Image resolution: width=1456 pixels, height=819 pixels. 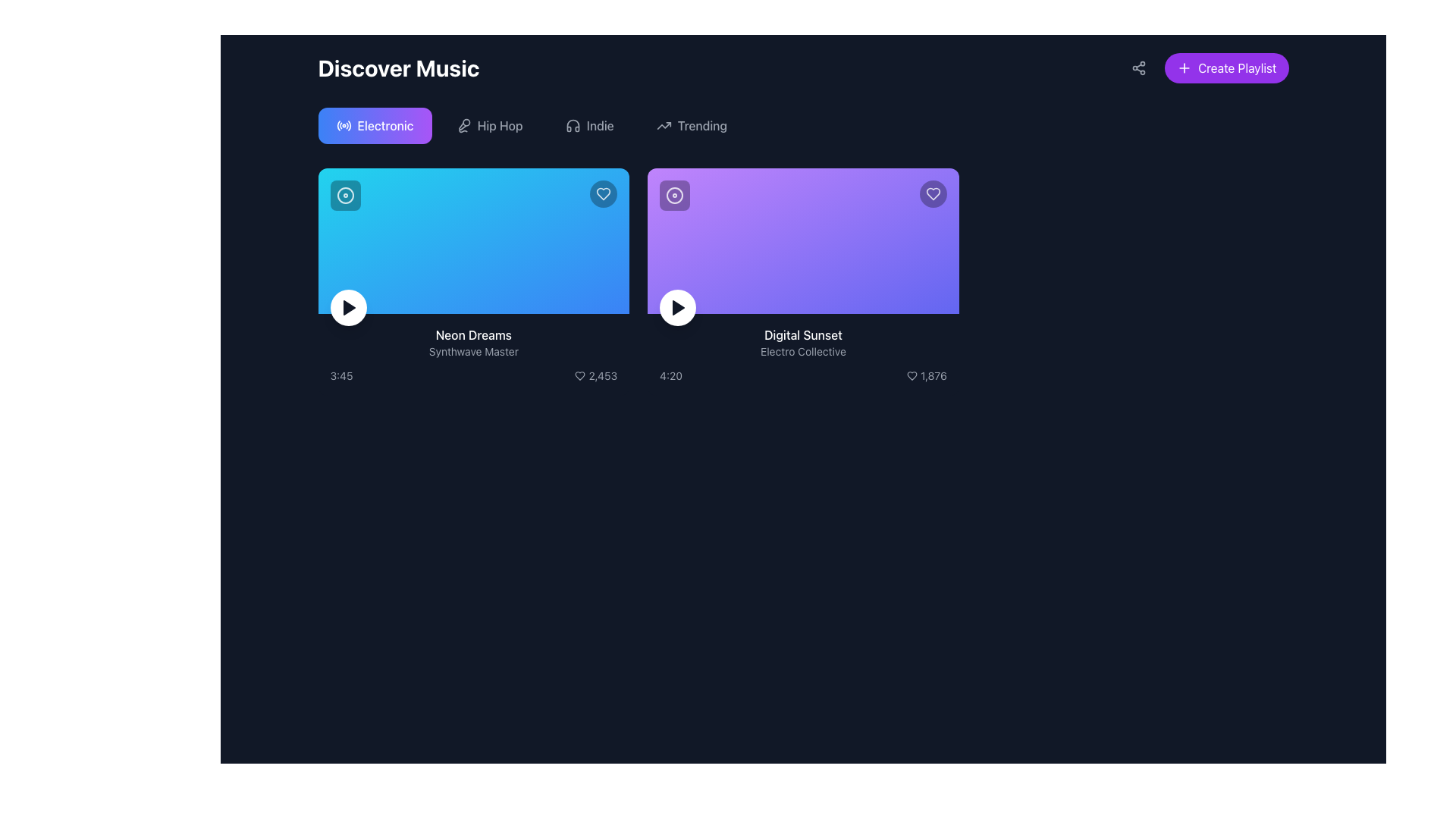 What do you see at coordinates (603, 193) in the screenshot?
I see `the heart icon` at bounding box center [603, 193].